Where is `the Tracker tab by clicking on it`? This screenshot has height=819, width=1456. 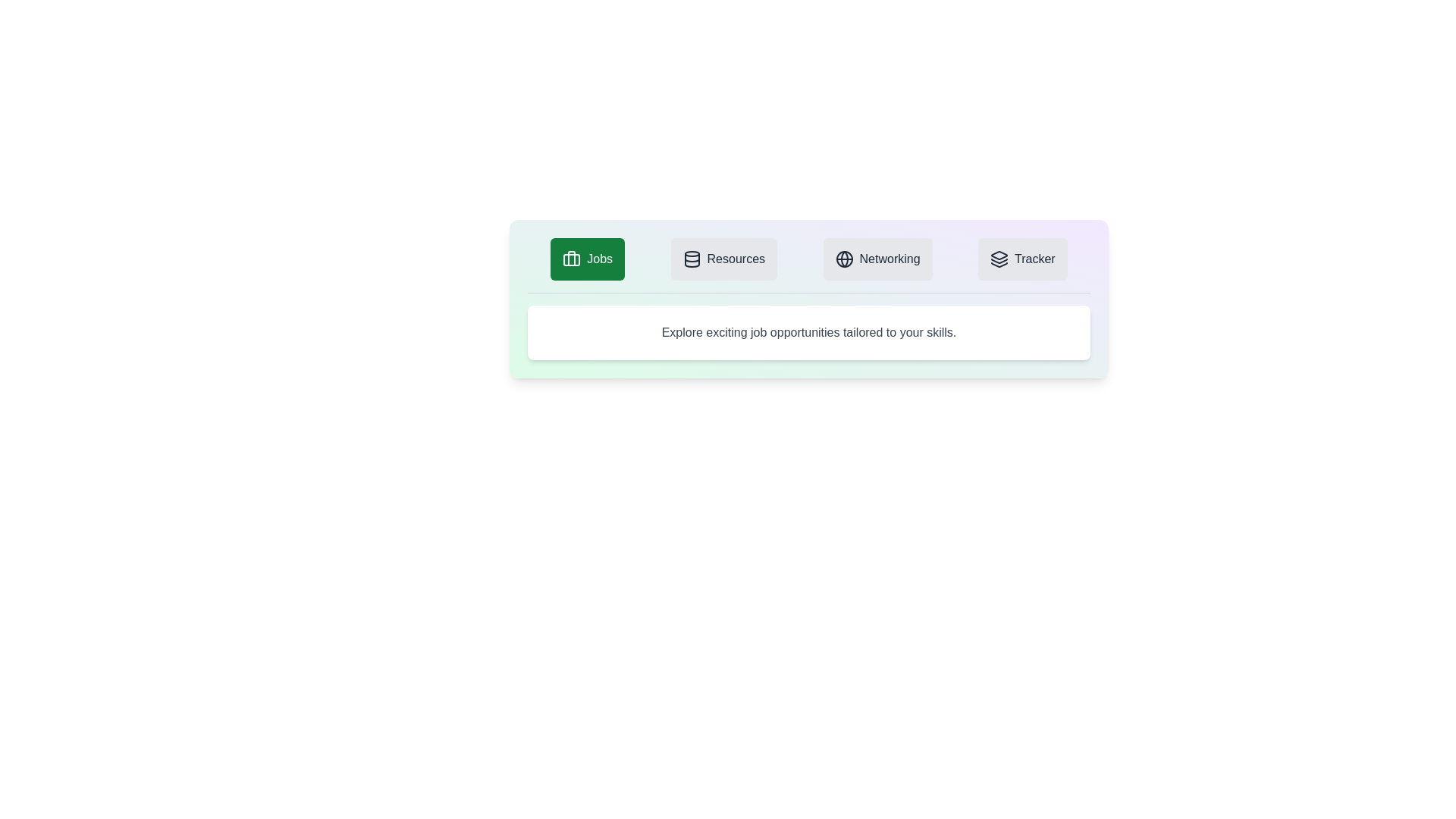
the Tracker tab by clicking on it is located at coordinates (1022, 259).